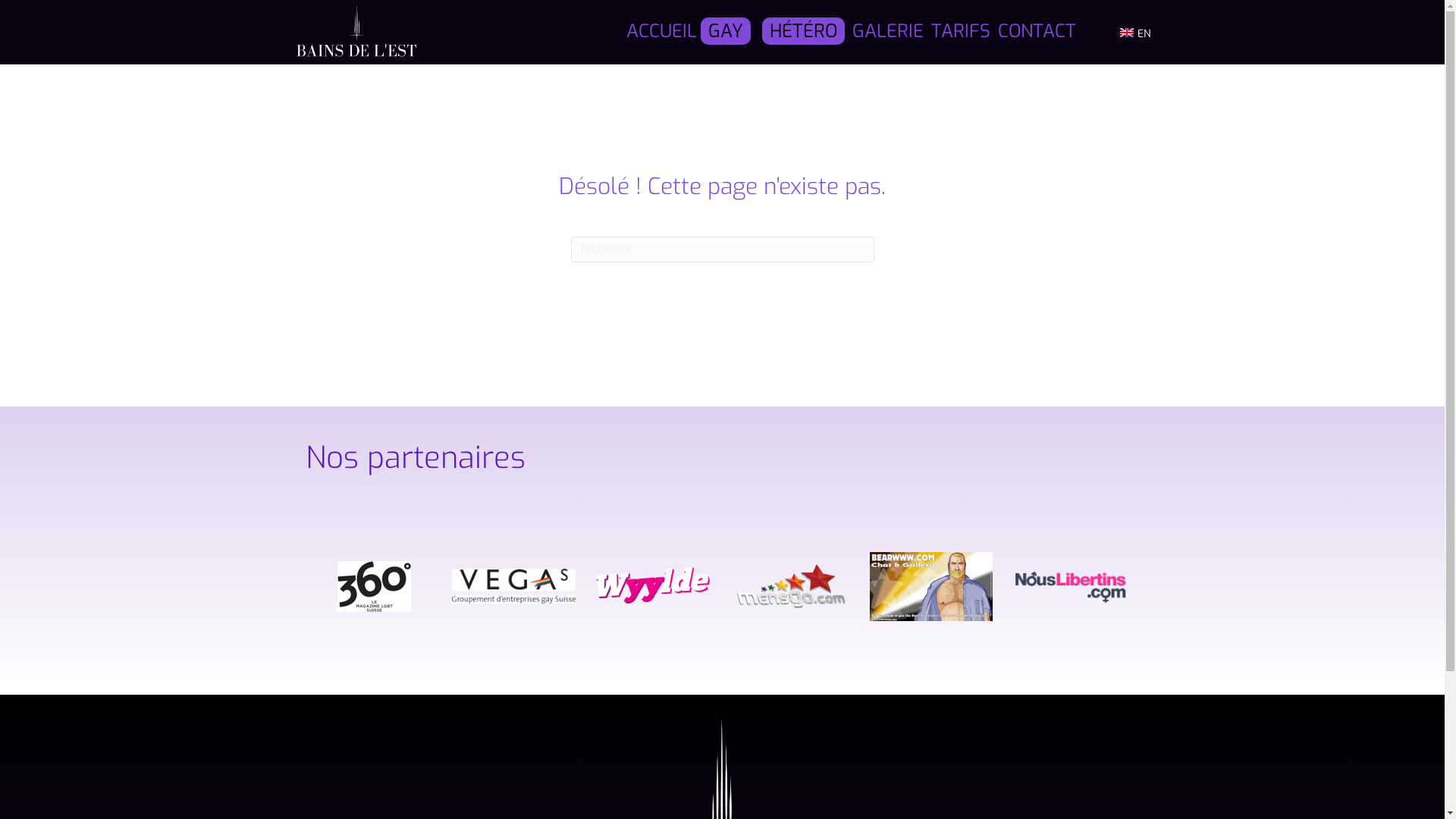 This screenshot has height=819, width=1456. I want to click on 'TARIFS', so click(960, 32).